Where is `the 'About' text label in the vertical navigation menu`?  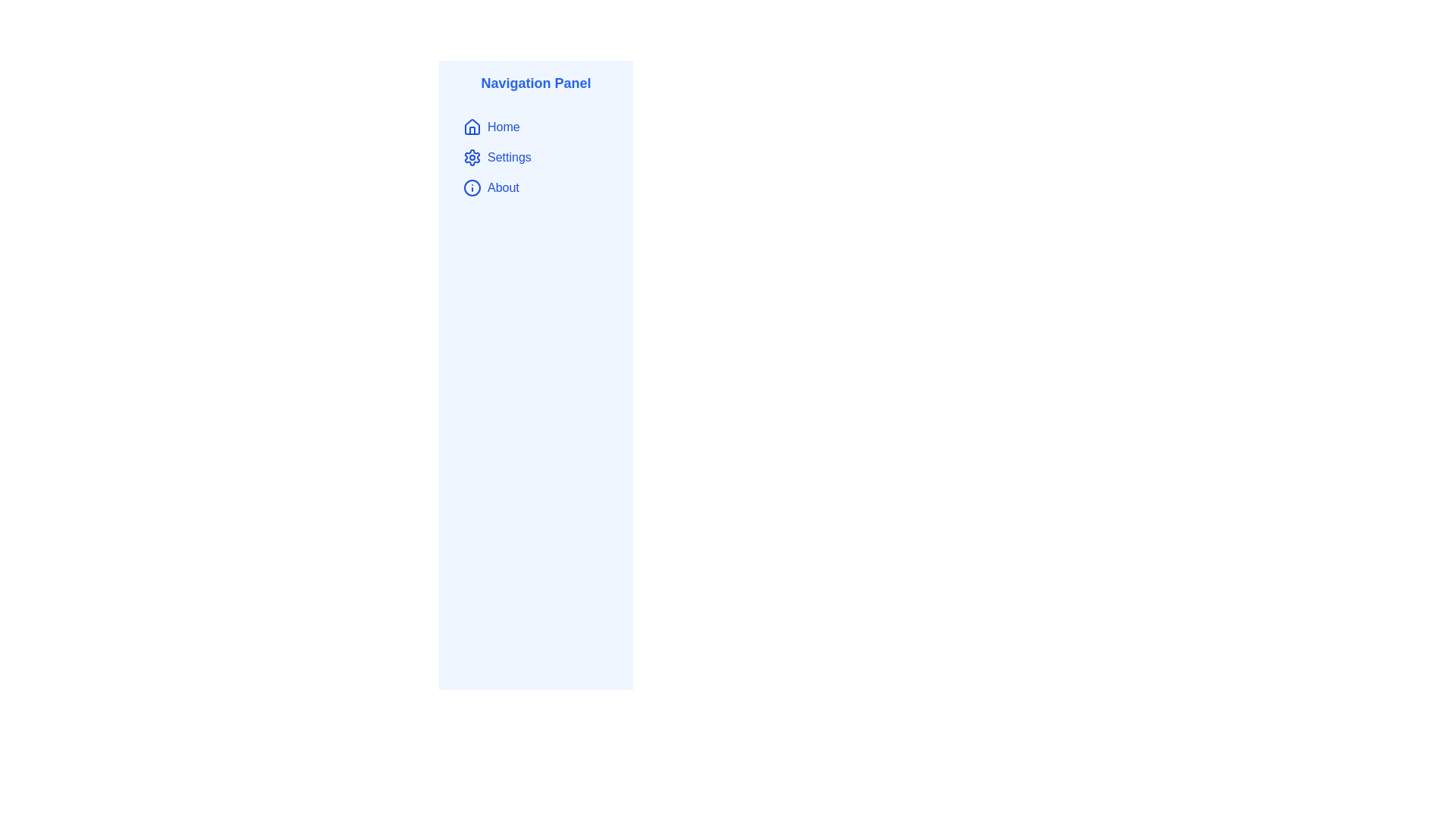 the 'About' text label in the vertical navigation menu is located at coordinates (503, 187).